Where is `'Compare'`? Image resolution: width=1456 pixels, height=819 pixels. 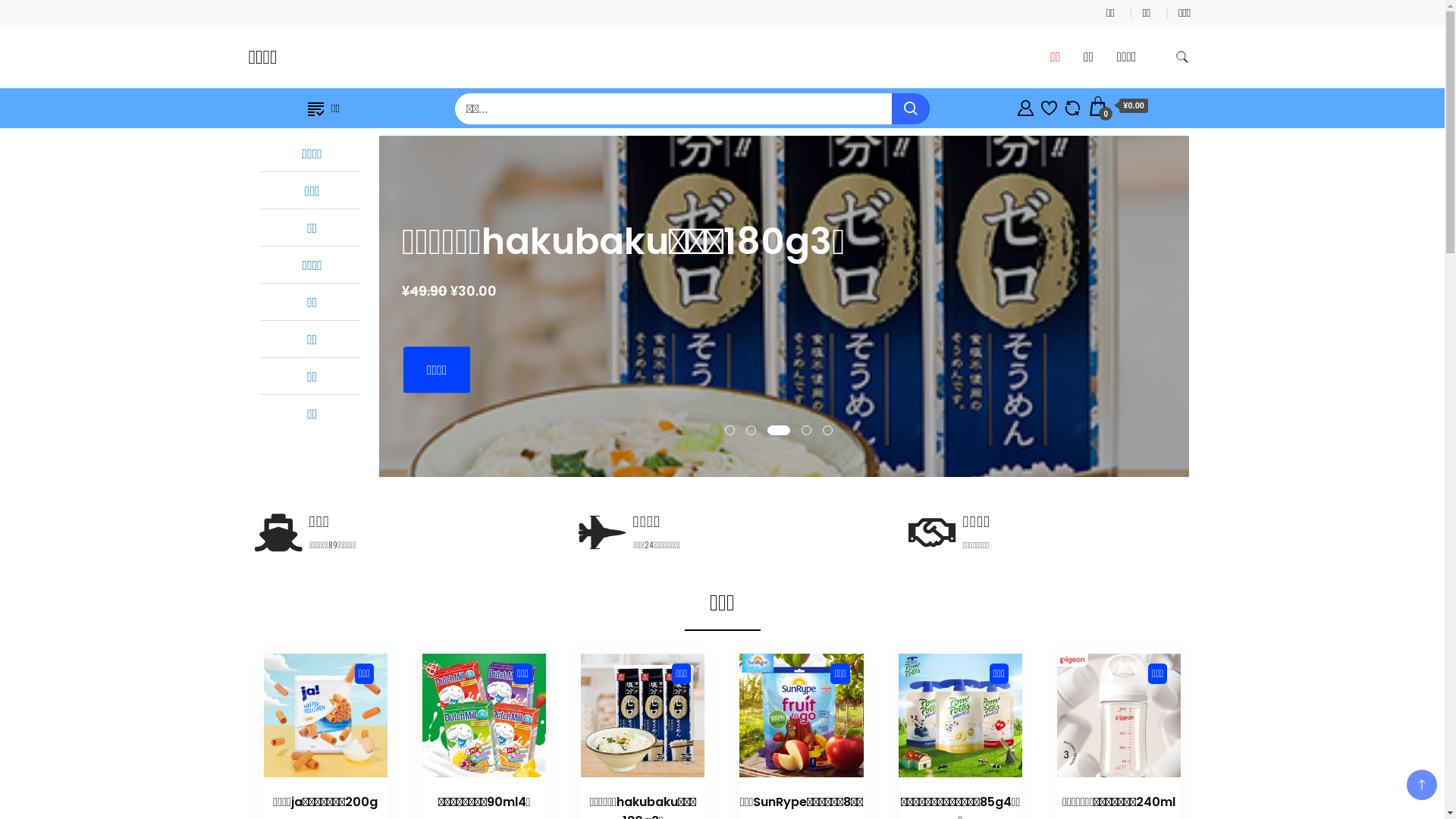 'Compare' is located at coordinates (1072, 105).